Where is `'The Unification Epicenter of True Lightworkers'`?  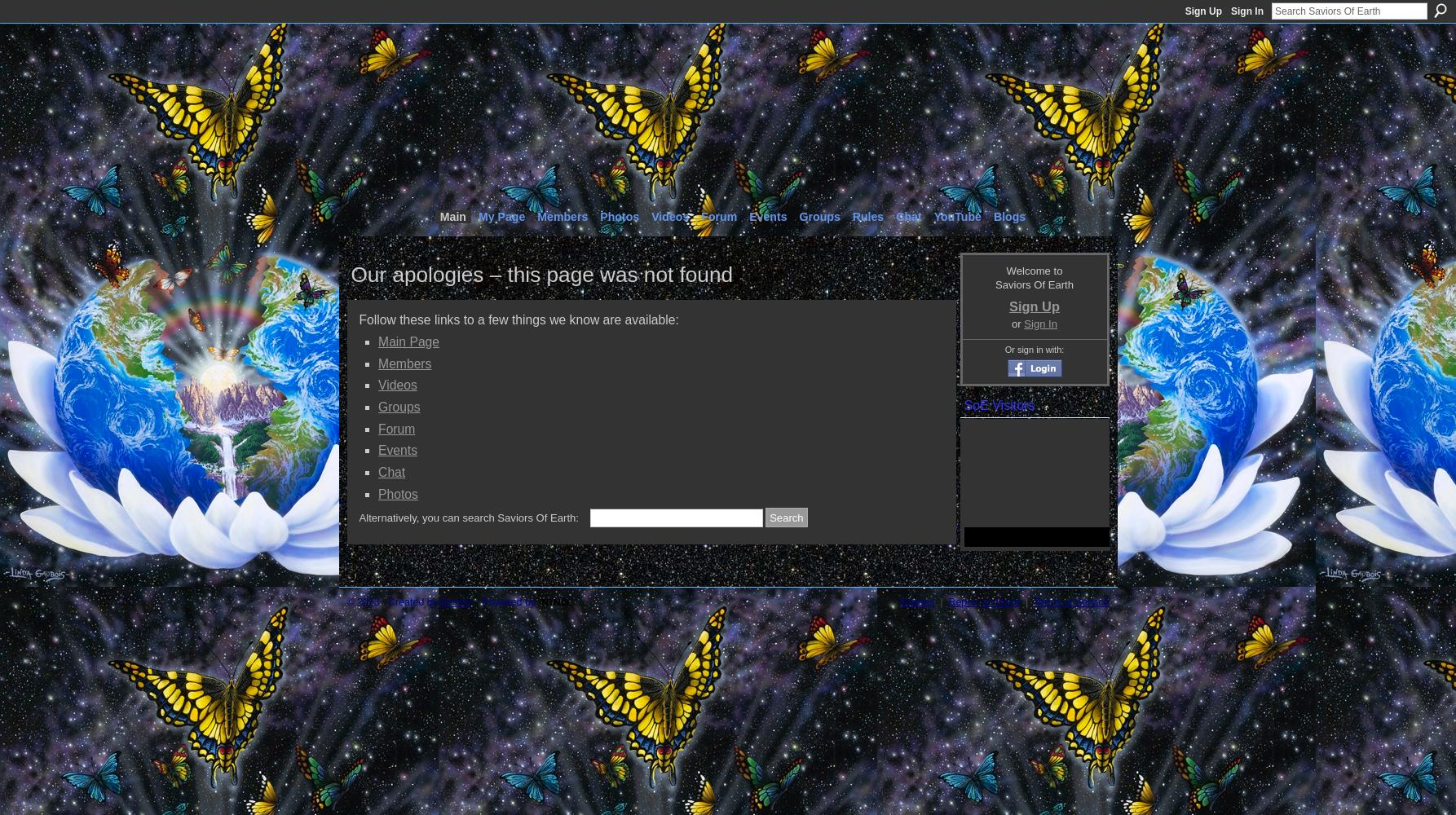
'The Unification Epicenter of True Lightworkers' is located at coordinates (585, 178).